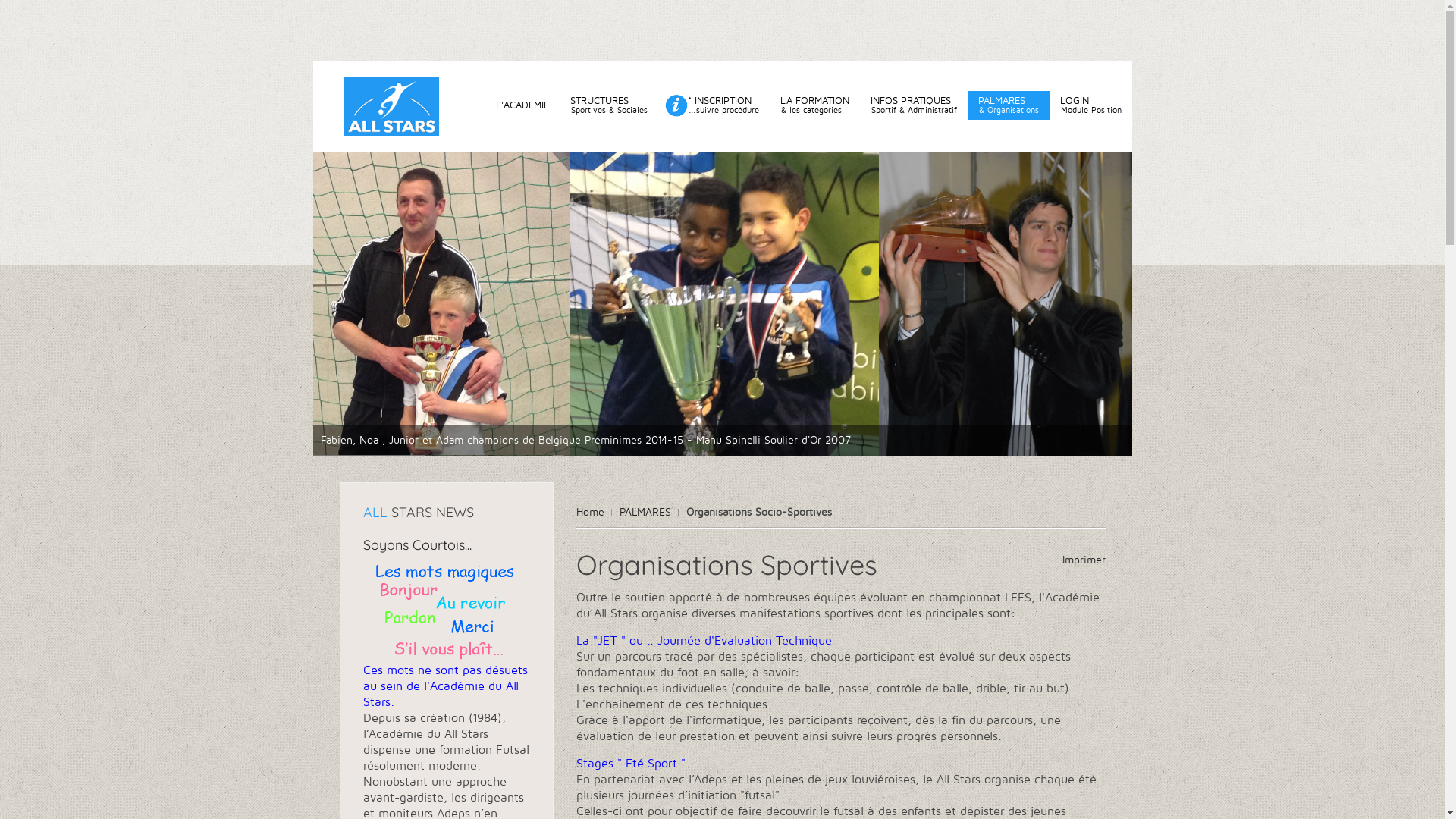 Image resolution: width=1456 pixels, height=819 pixels. What do you see at coordinates (608, 104) in the screenshot?
I see `'STRUCTURES` at bounding box center [608, 104].